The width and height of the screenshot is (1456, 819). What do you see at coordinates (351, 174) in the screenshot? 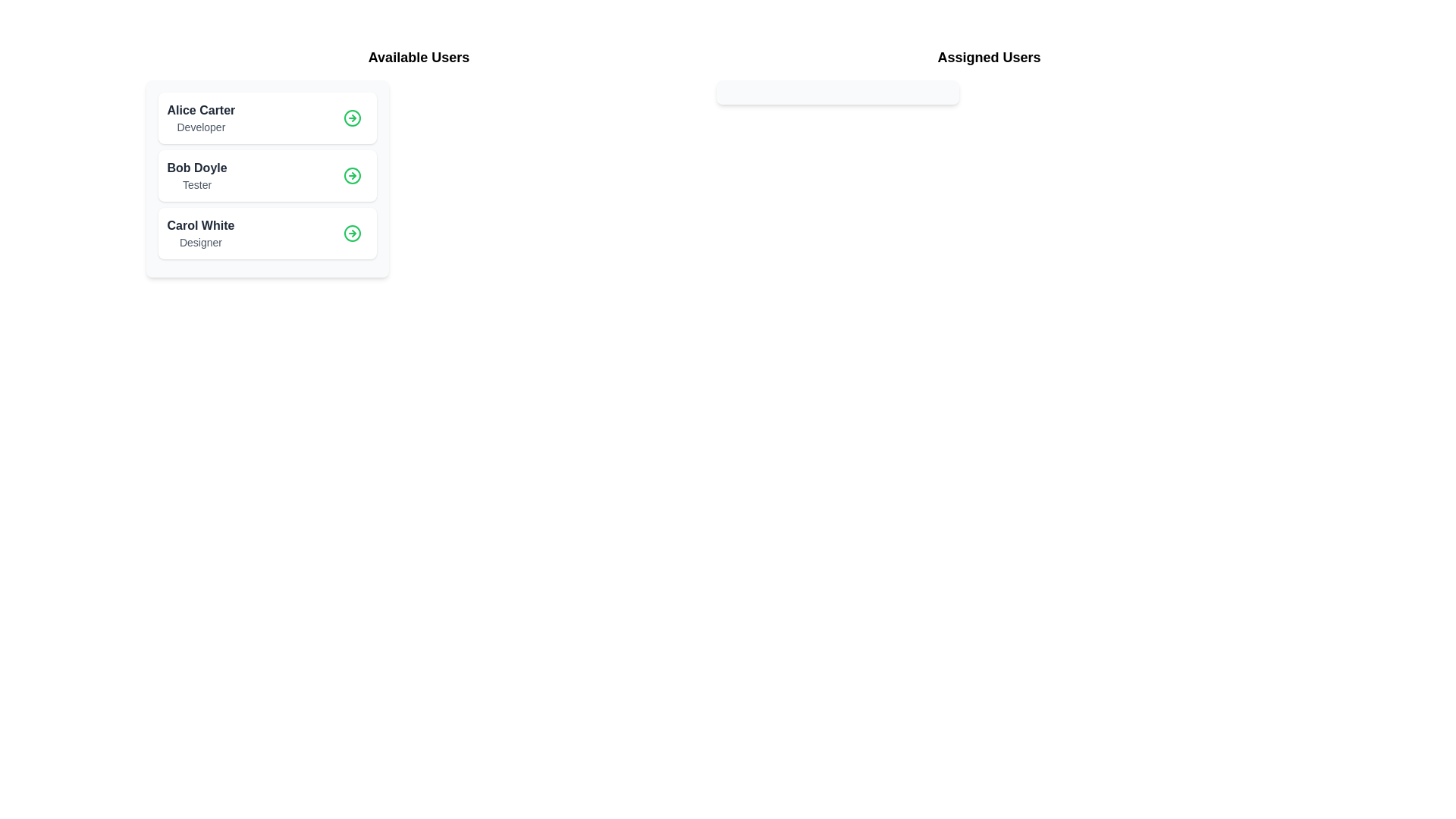
I see `details button for the user Bob Doyle in the 'Available Users' list` at bounding box center [351, 174].